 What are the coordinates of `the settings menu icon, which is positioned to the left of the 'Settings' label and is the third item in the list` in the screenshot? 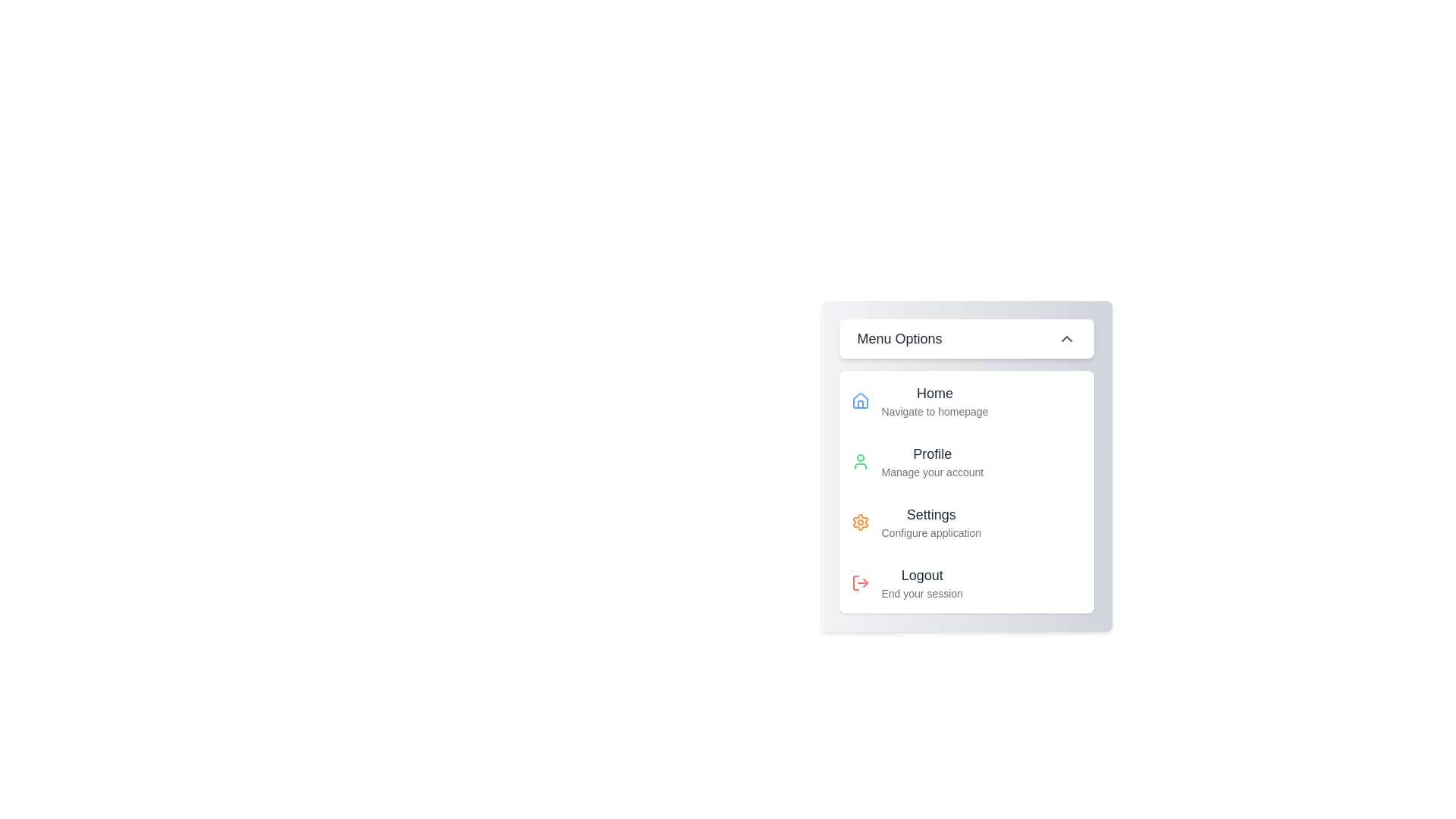 It's located at (860, 522).